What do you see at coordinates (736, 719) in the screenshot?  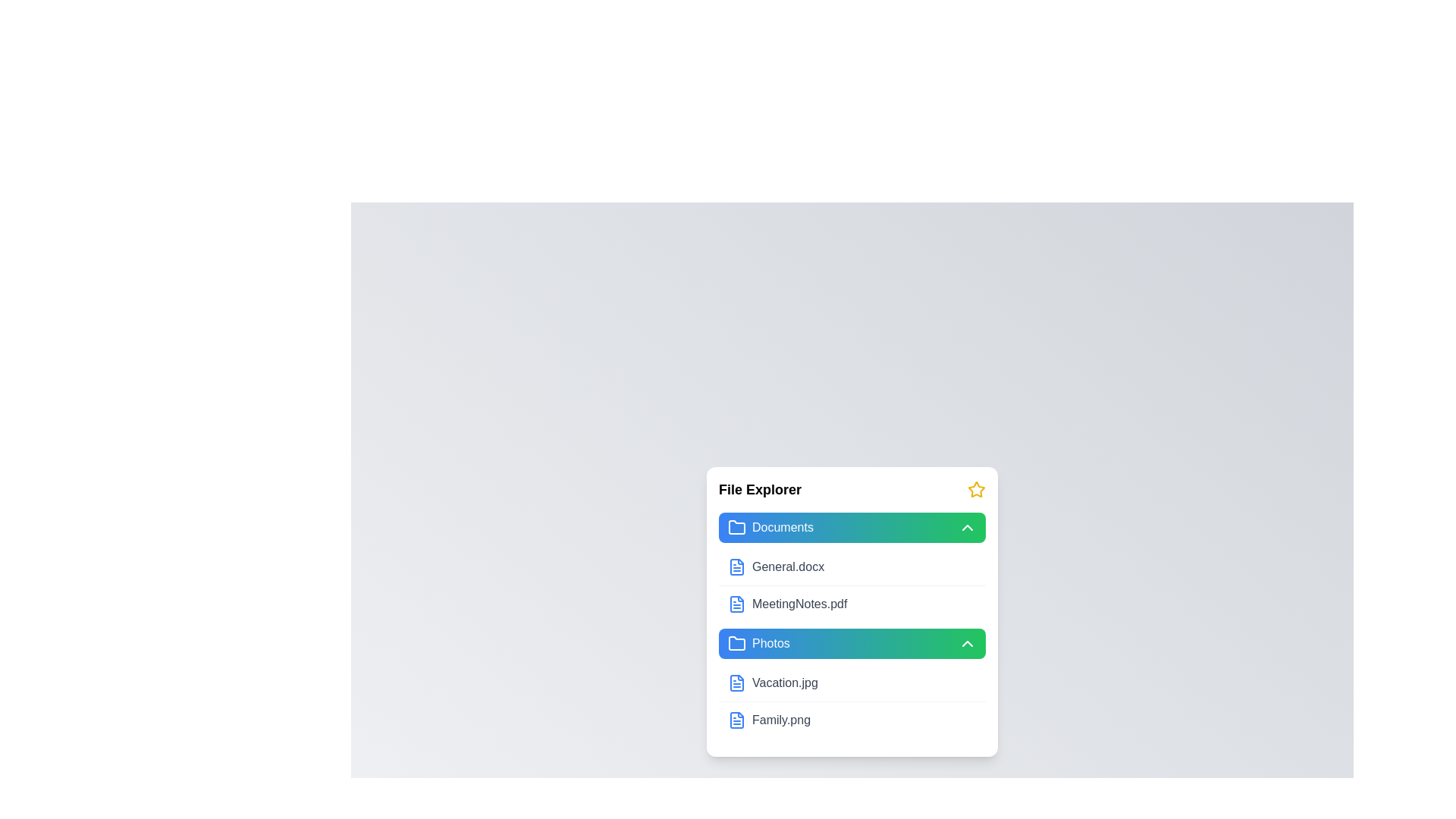 I see `the file Family.png to select it` at bounding box center [736, 719].